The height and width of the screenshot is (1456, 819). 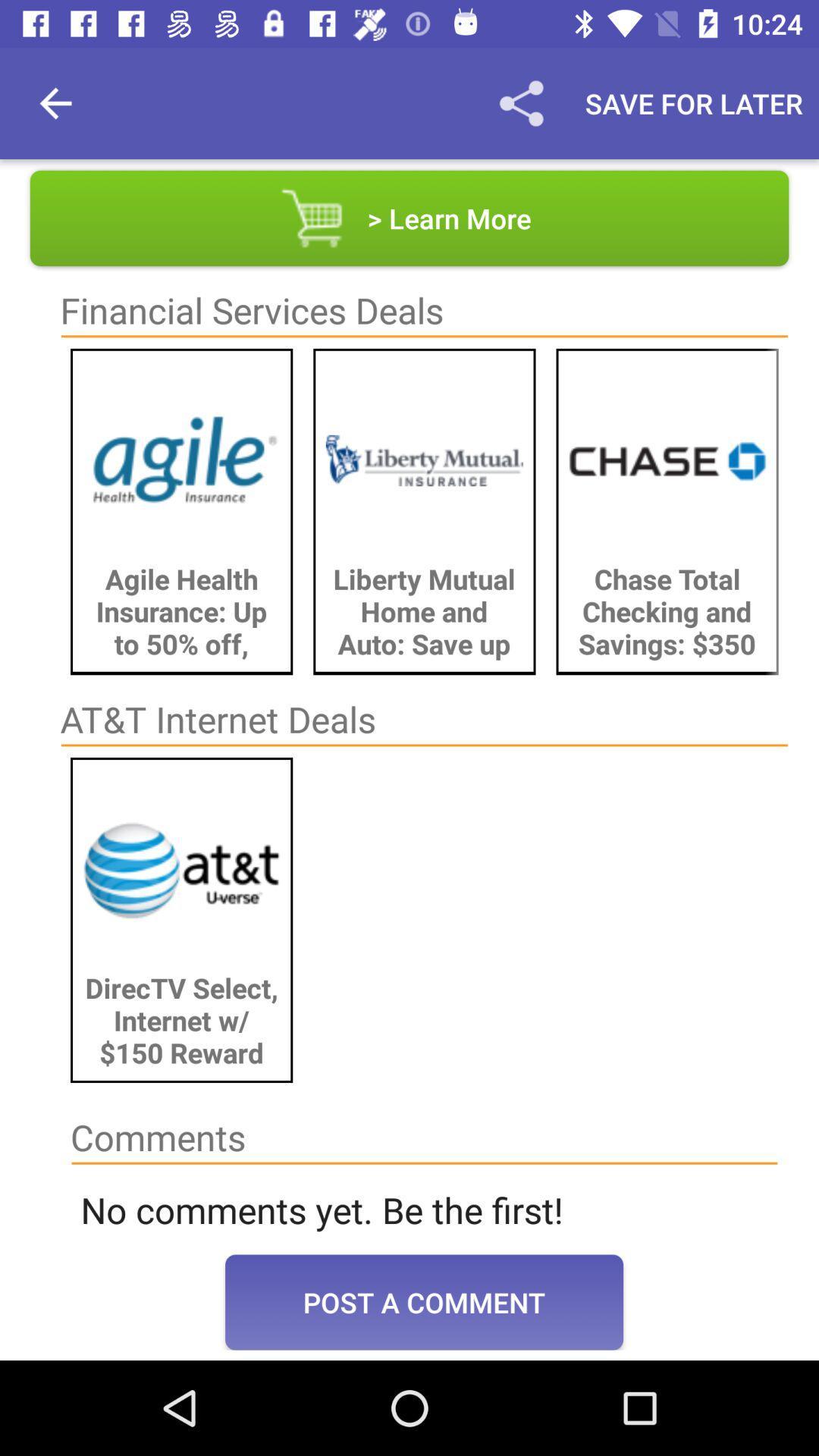 I want to click on the item to the left of save for later icon, so click(x=520, y=102).